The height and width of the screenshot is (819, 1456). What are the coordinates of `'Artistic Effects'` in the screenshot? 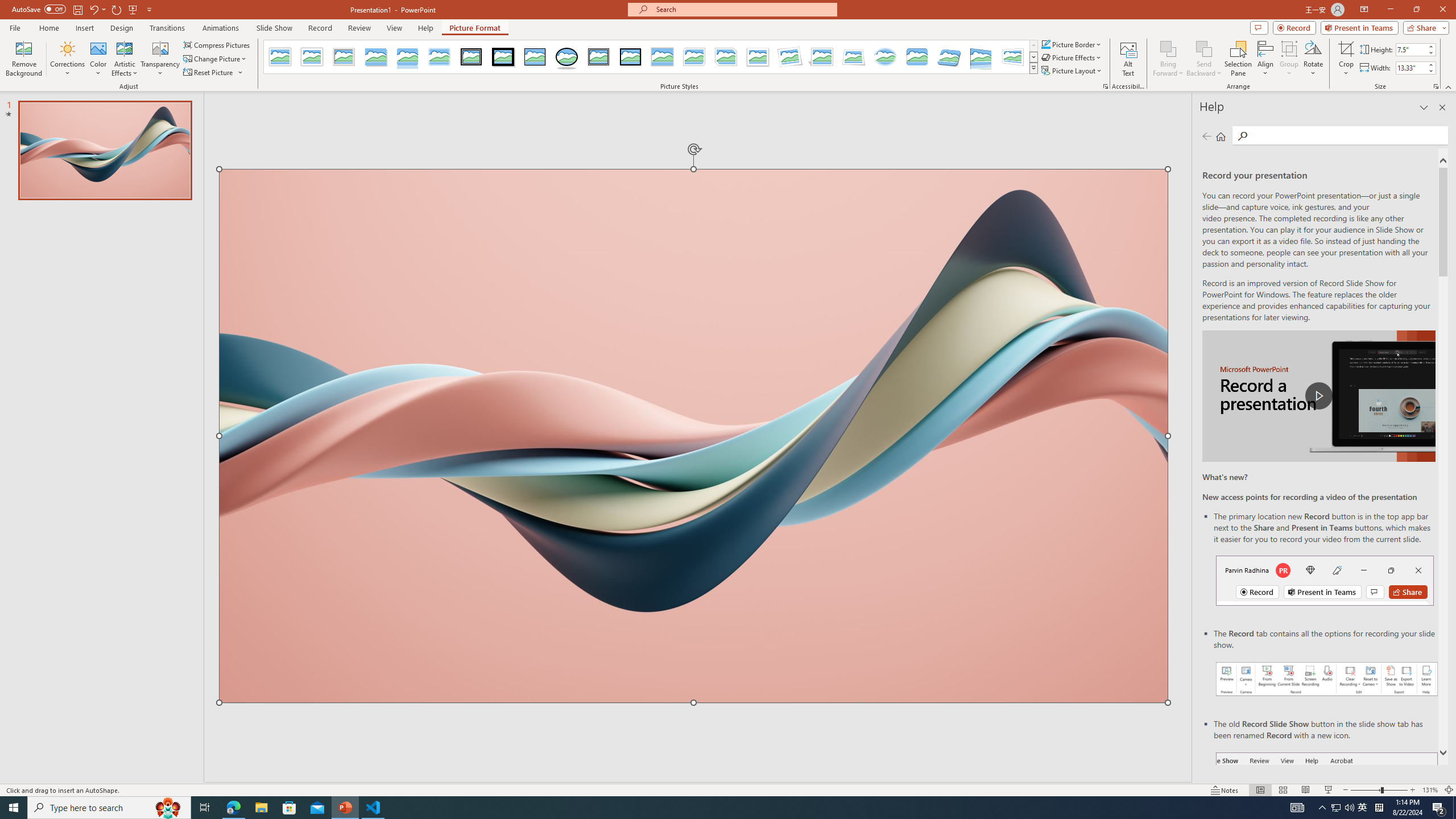 It's located at (125, 59).